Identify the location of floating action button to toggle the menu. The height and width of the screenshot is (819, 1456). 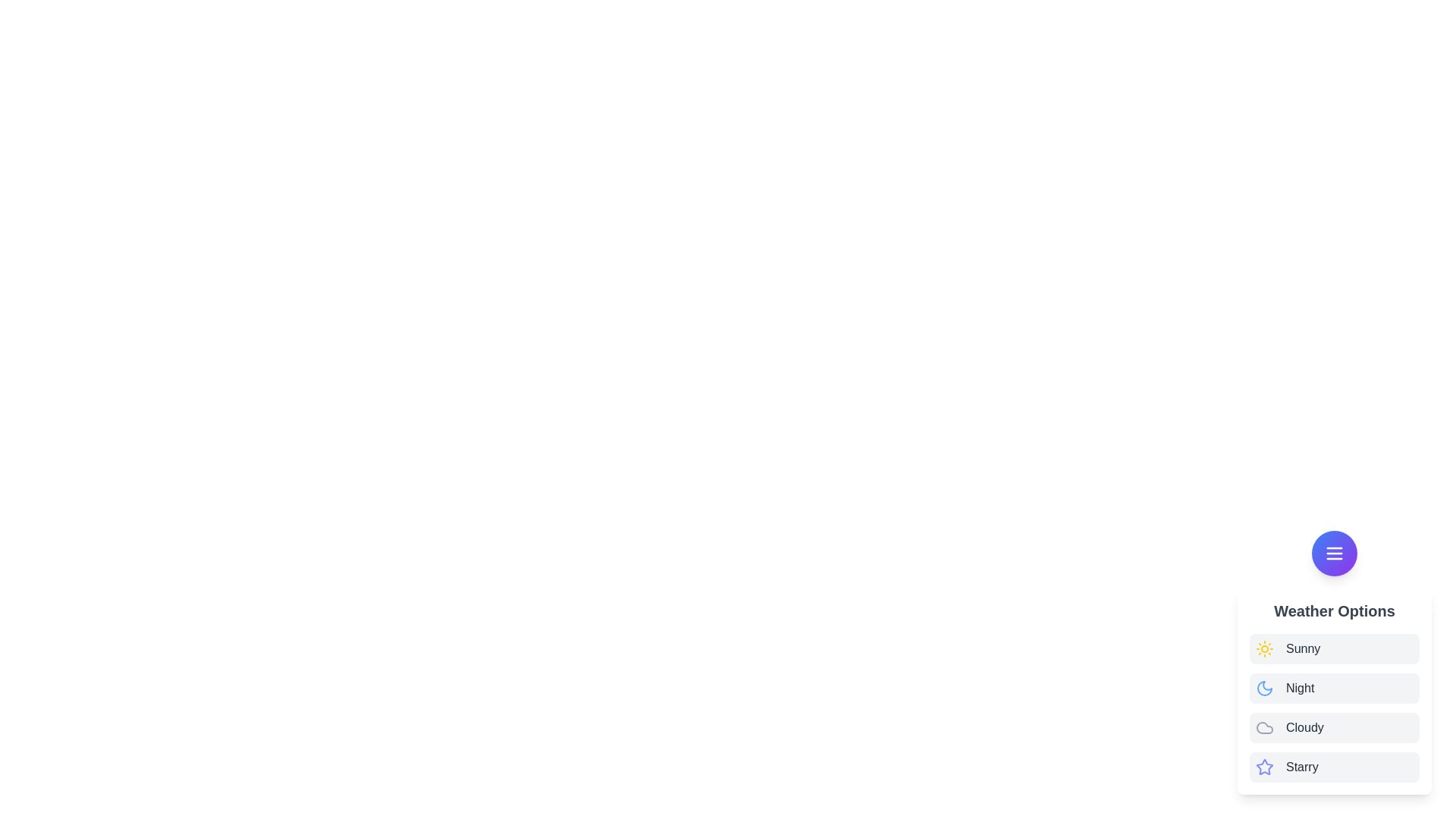
(1335, 553).